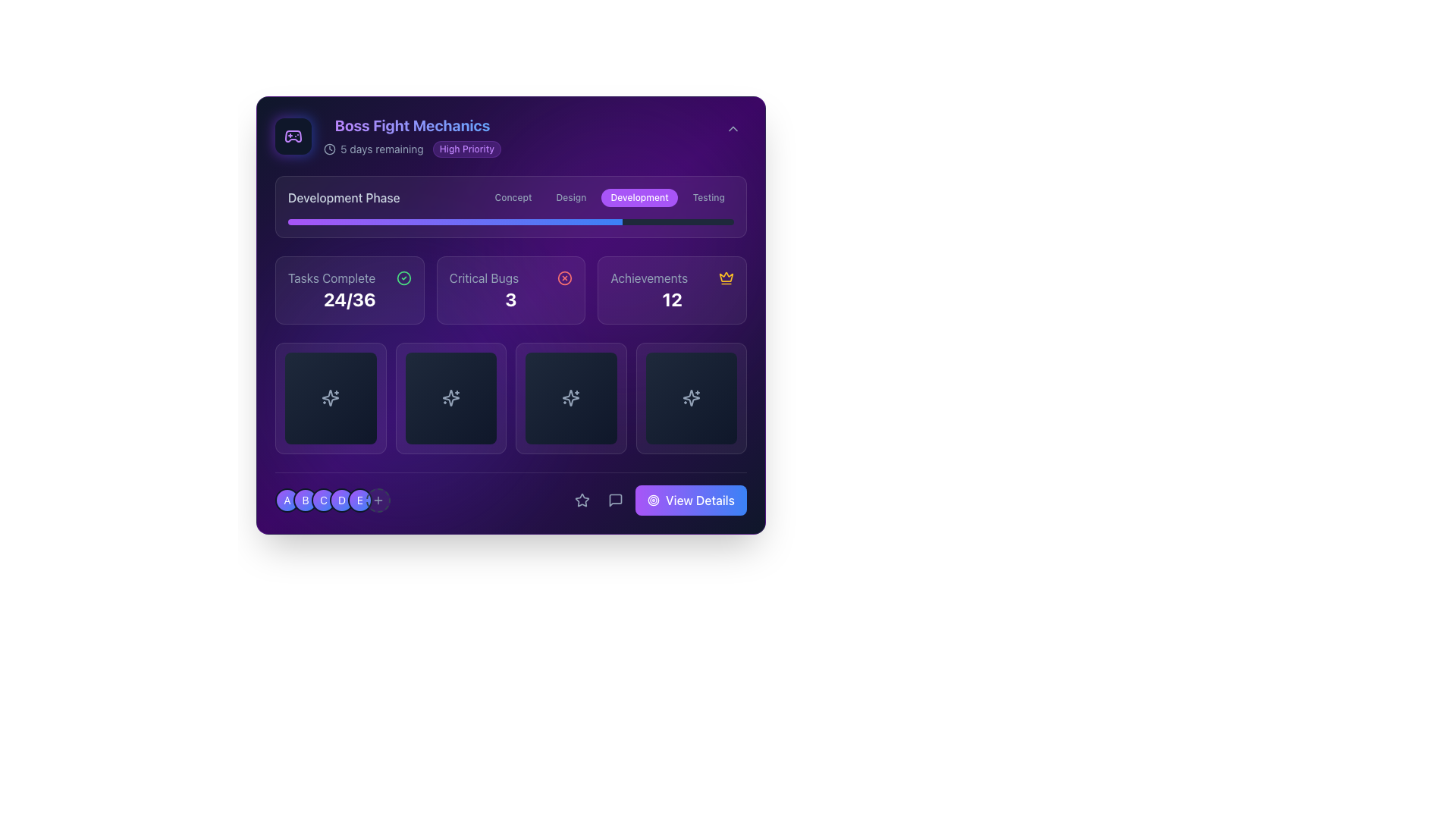  Describe the element at coordinates (671, 290) in the screenshot. I see `the Informational Card that indicates the count of achievements ('12'), which is the third card in a row of three, positioned on the far-right below the progress section` at that location.